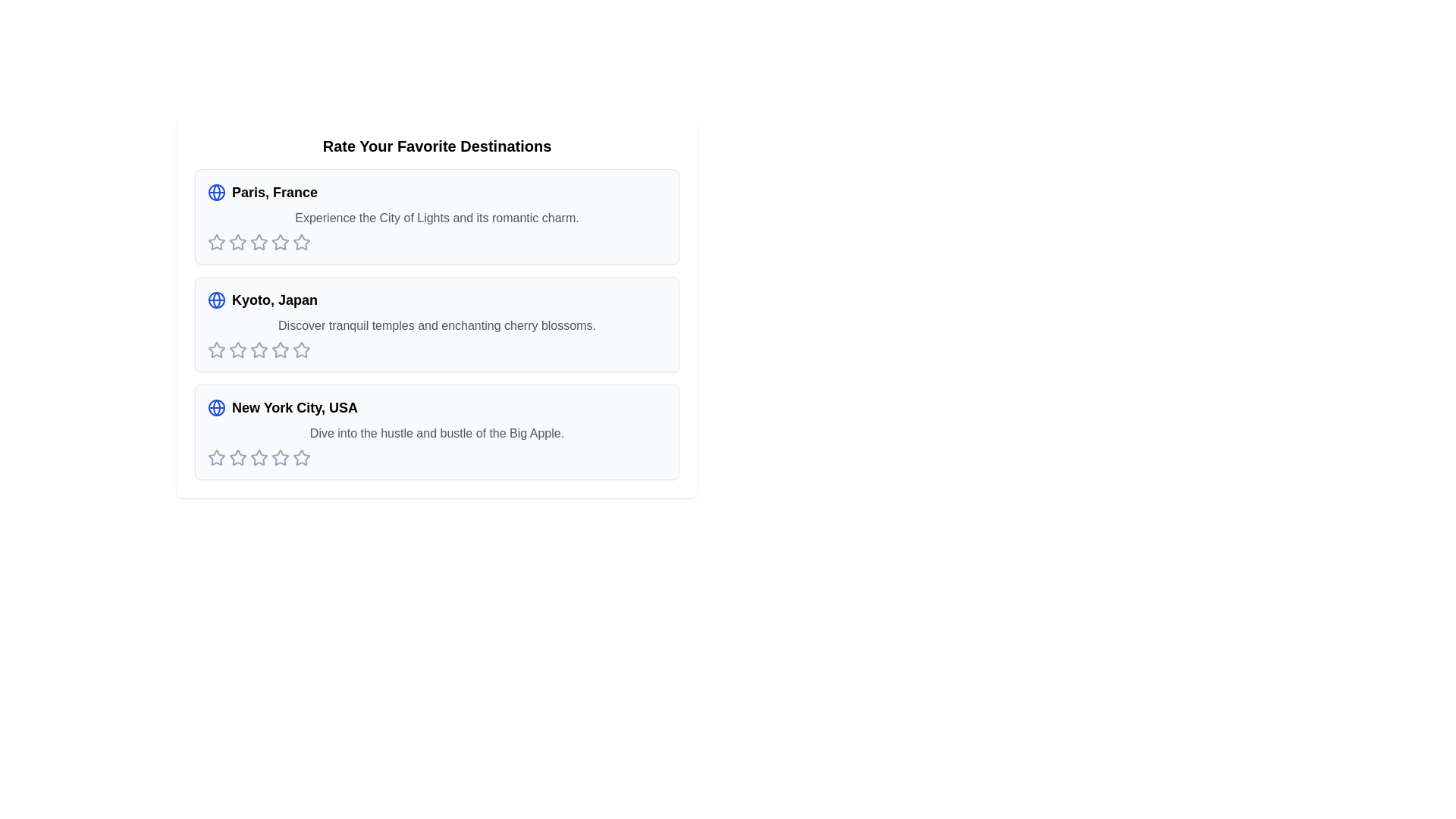  What do you see at coordinates (216, 350) in the screenshot?
I see `the first star icon for rating under the text description for 'Kyoto, Japan'` at bounding box center [216, 350].